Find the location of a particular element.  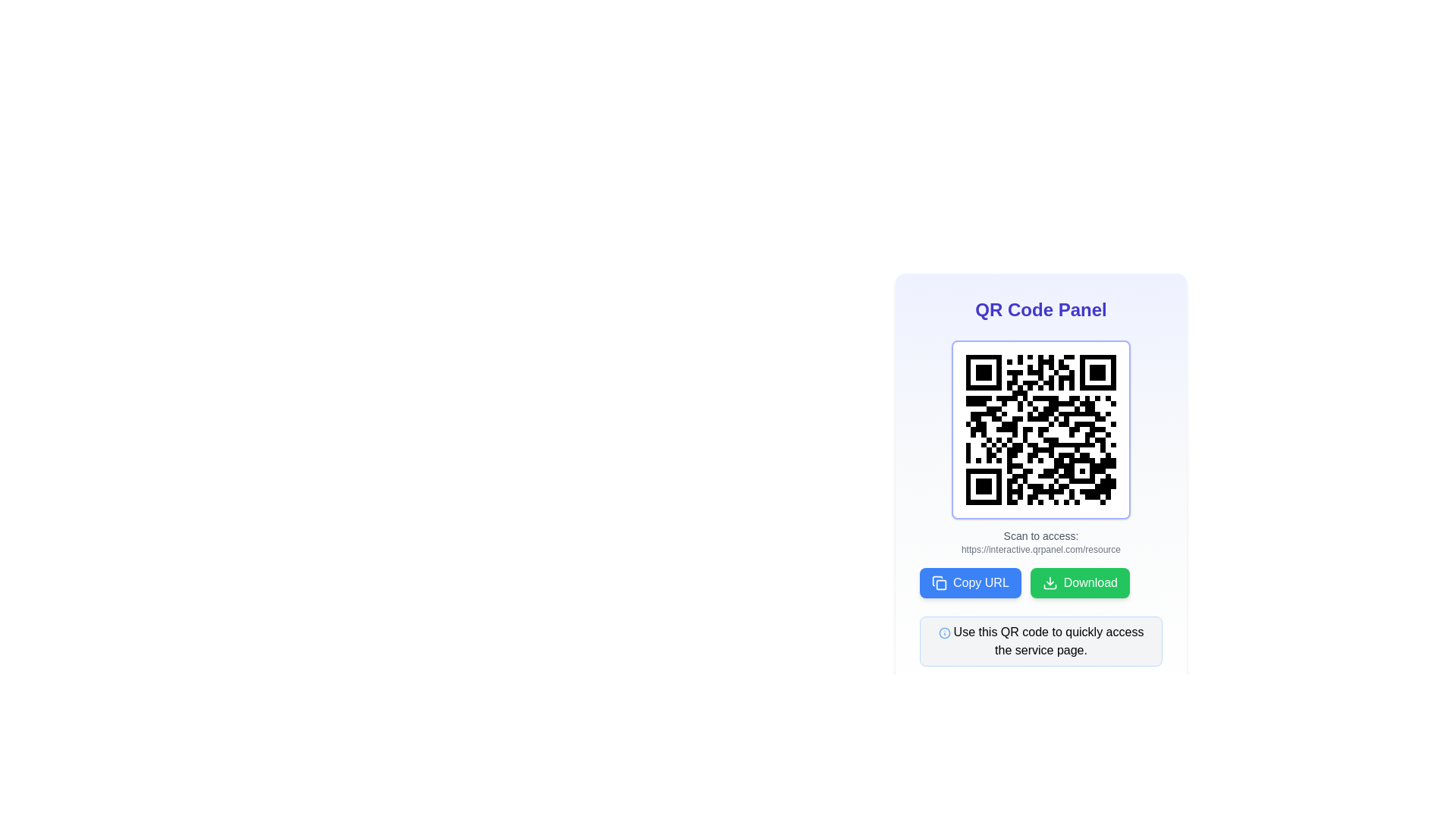

the copy icon button, which is a blue square-overlapping-square glyph located to the left of the 'Copy URL' text is located at coordinates (938, 582).